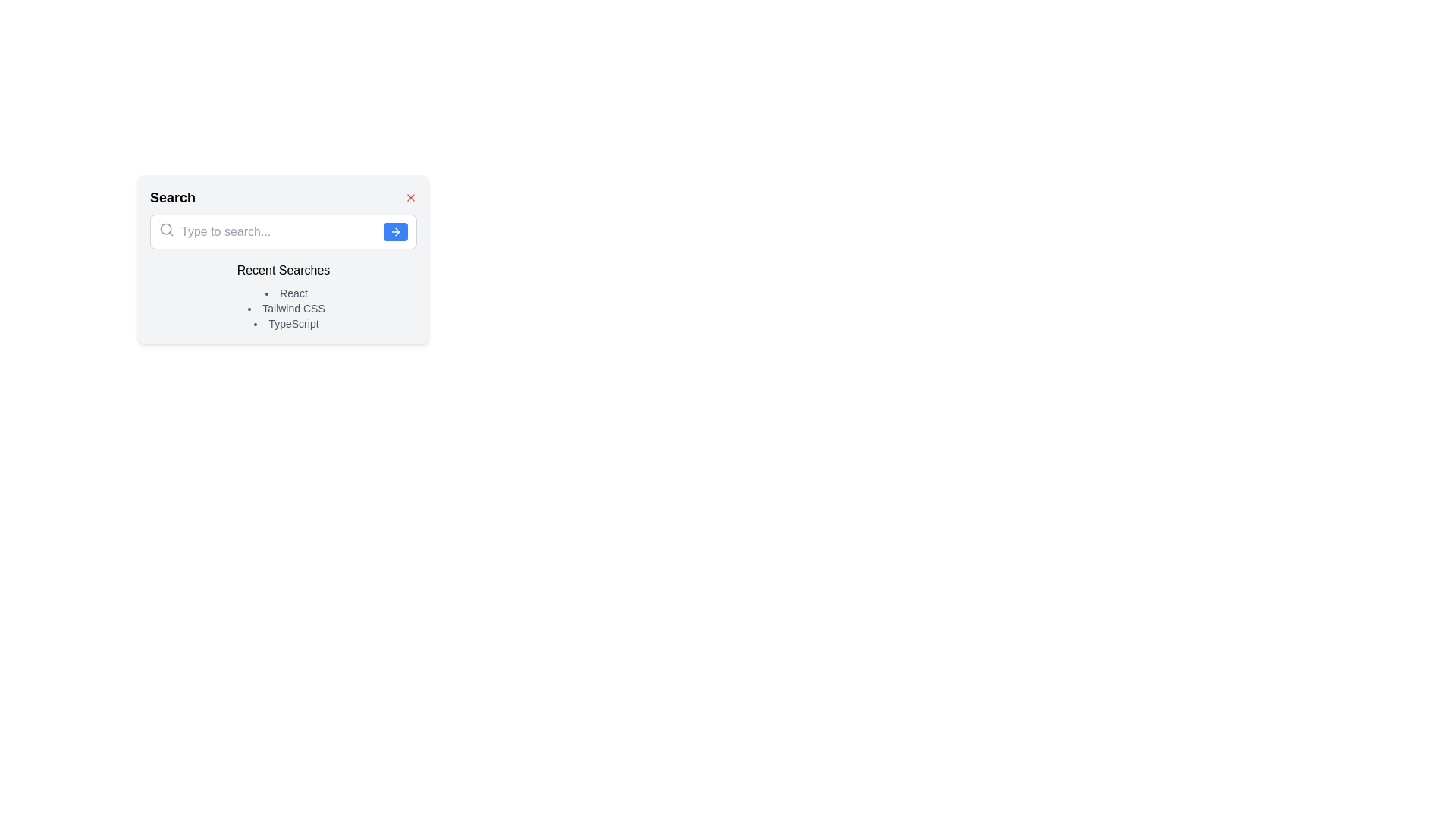  What do you see at coordinates (284, 308) in the screenshot?
I see `an individual item in the Bullet list located in the 'Recent Searches' section` at bounding box center [284, 308].